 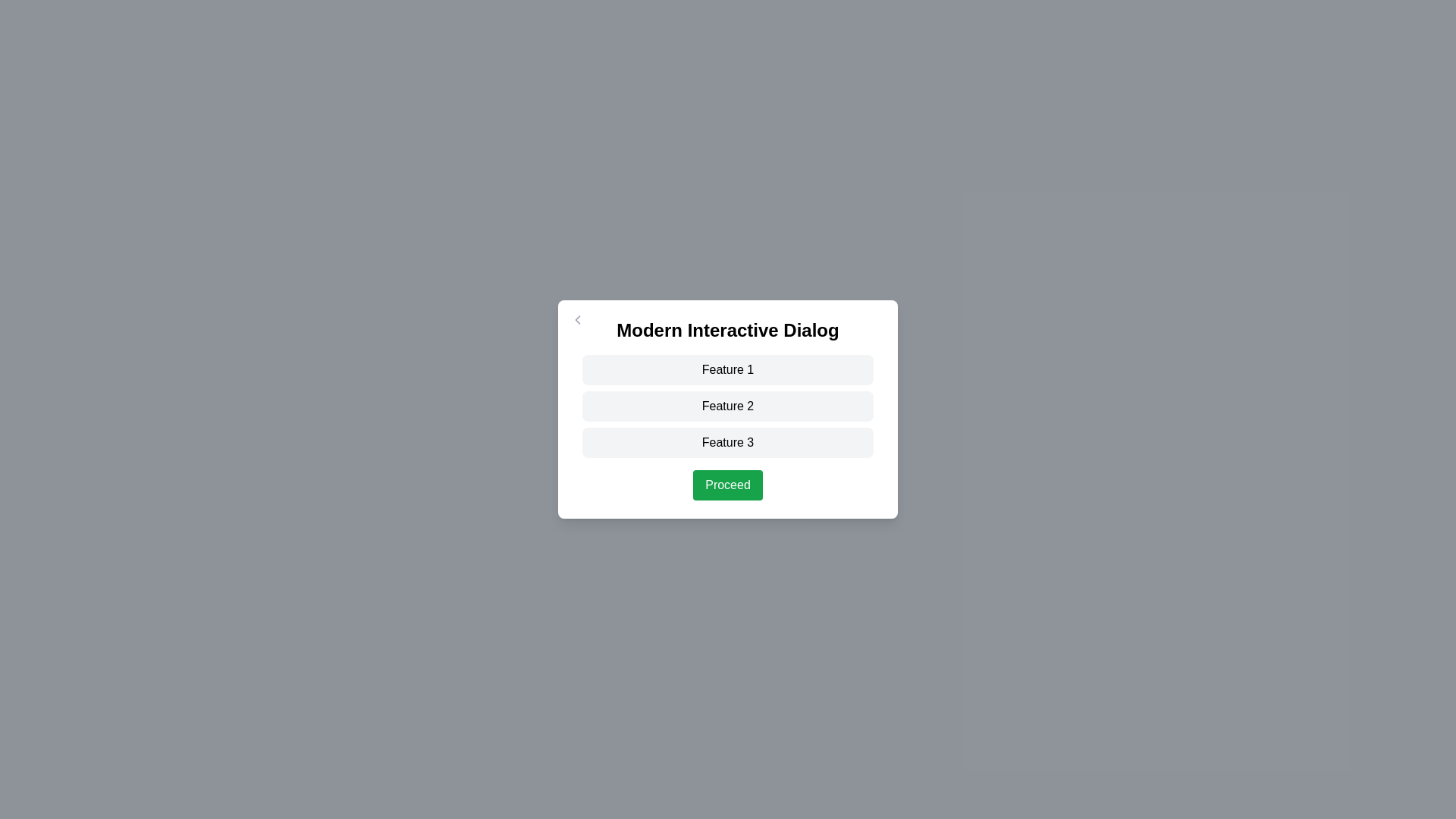 What do you see at coordinates (728, 329) in the screenshot?
I see `the title text 'Modern Interactive Dialog'` at bounding box center [728, 329].